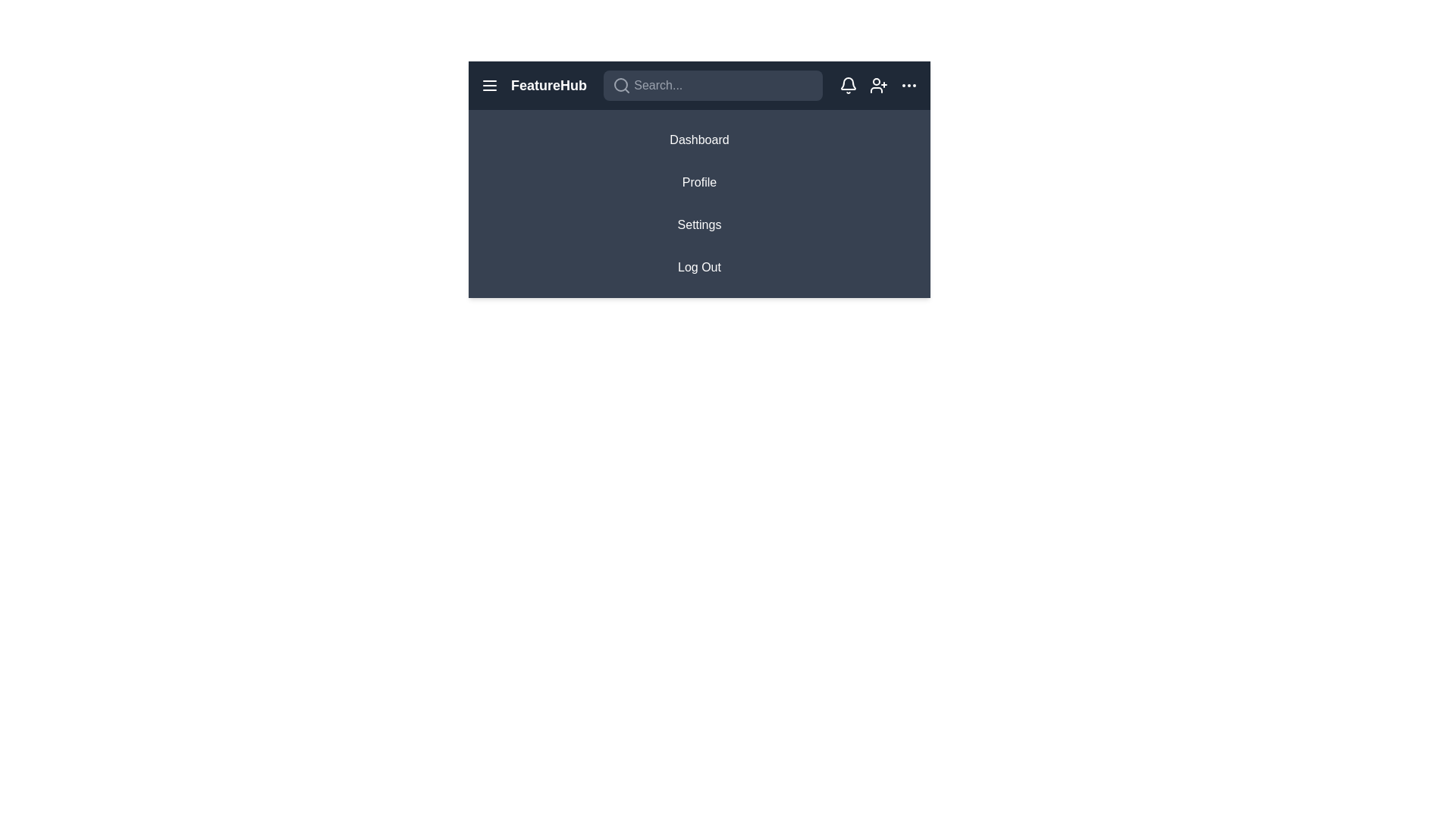 This screenshot has height=819, width=1456. What do you see at coordinates (712, 85) in the screenshot?
I see `the search input field styled with a rounded rectangle shape and a dark background by tabbing to it` at bounding box center [712, 85].